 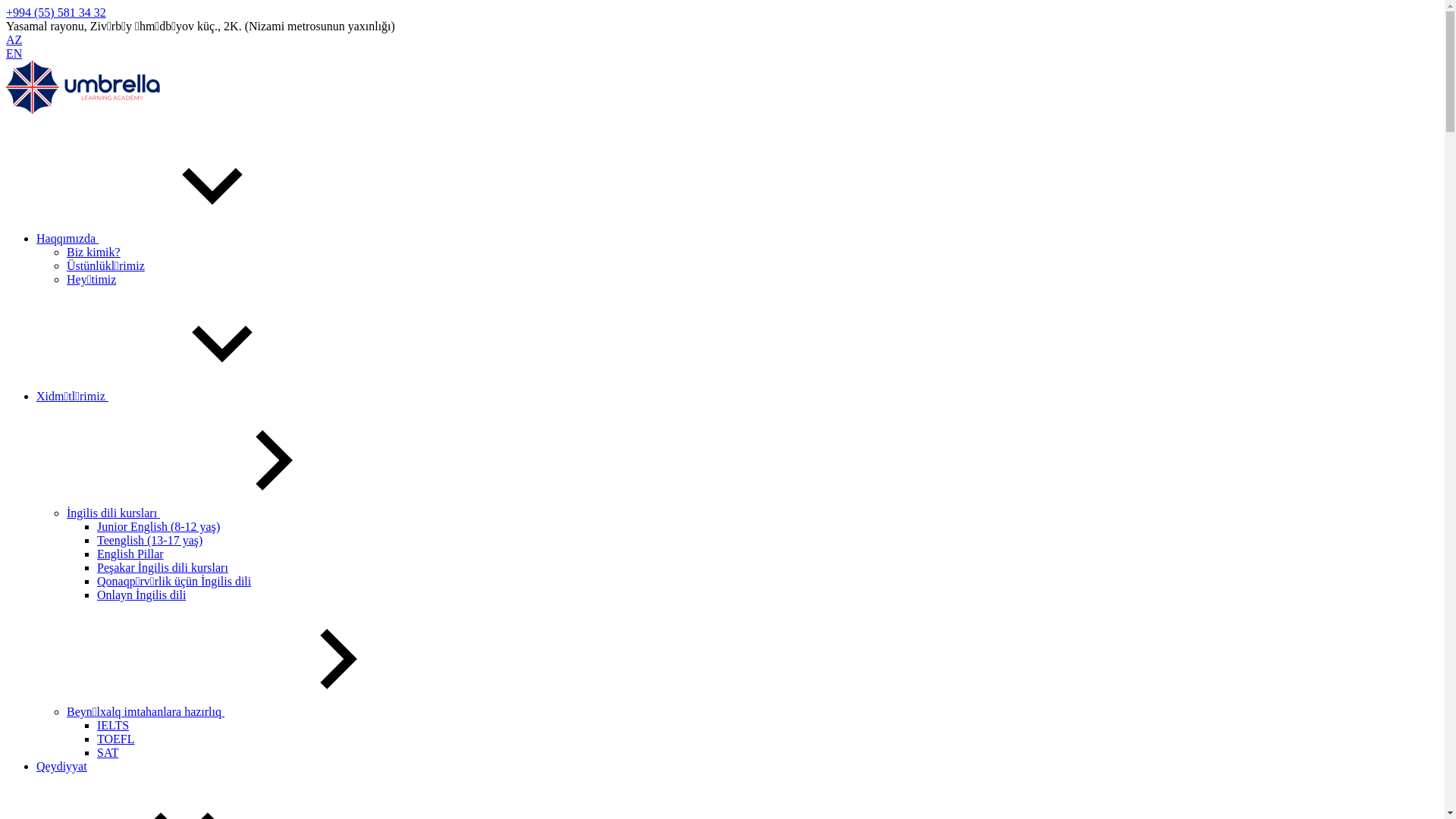 I want to click on 'IELTS', so click(x=111, y=724).